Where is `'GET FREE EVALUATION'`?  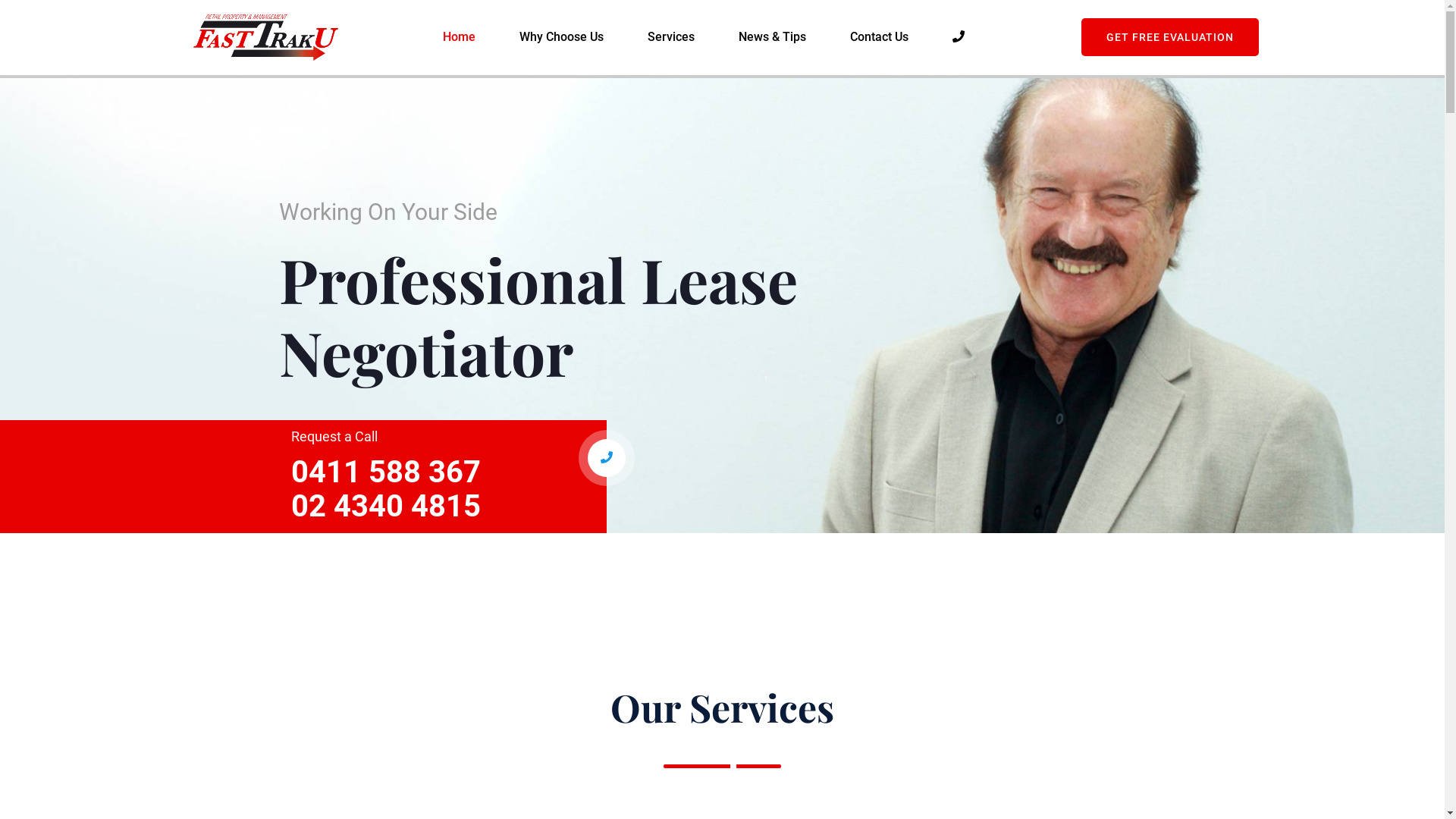 'GET FREE EVALUATION' is located at coordinates (1169, 36).